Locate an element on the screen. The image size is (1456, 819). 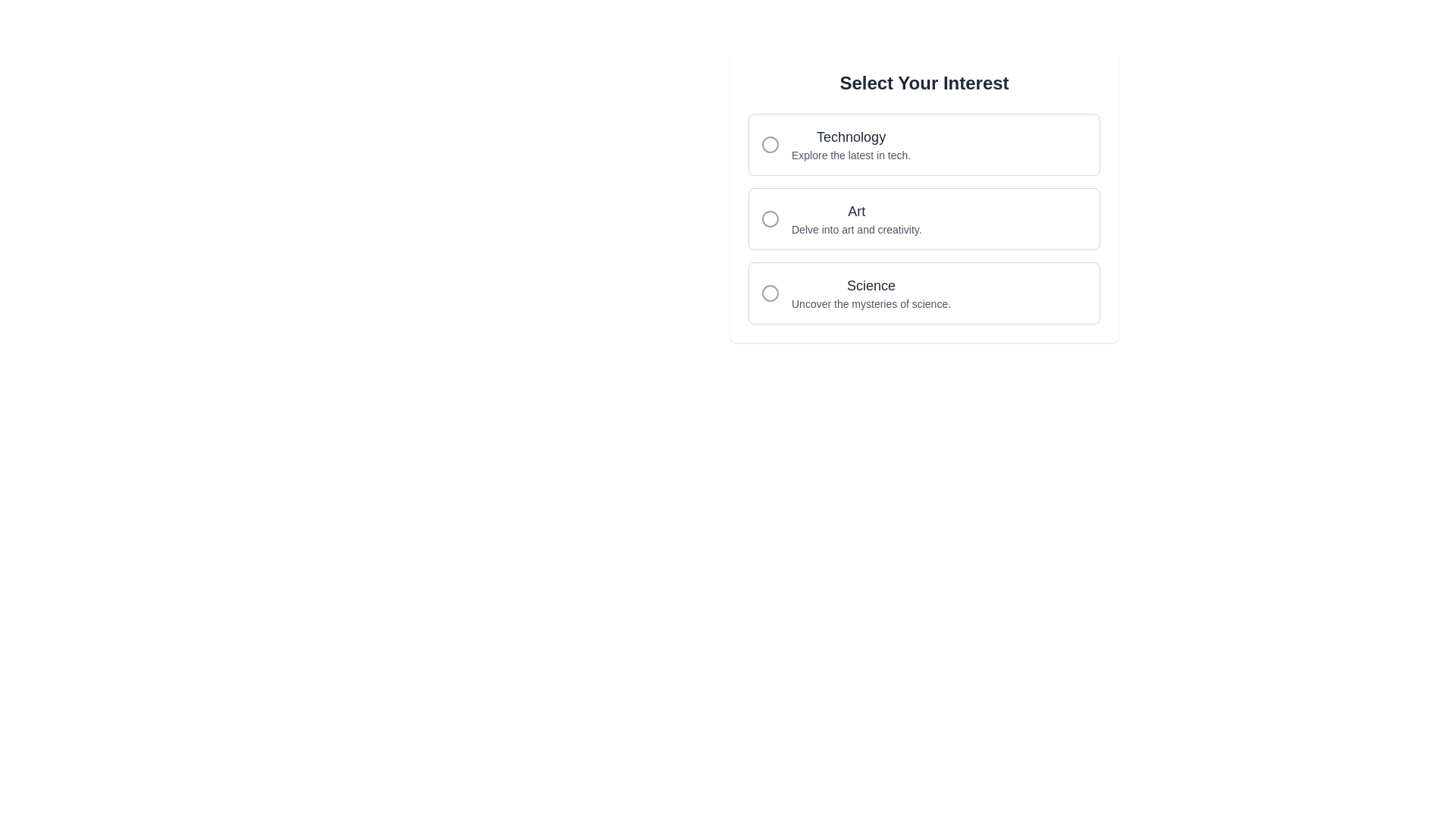
the unselected radio button for the 'Art' option, which is a circular outline with a diameter of approximately 20 pixels, rendered in gray color, located adjacent to the 'Art' choice in a vertical list of options is located at coordinates (770, 219).